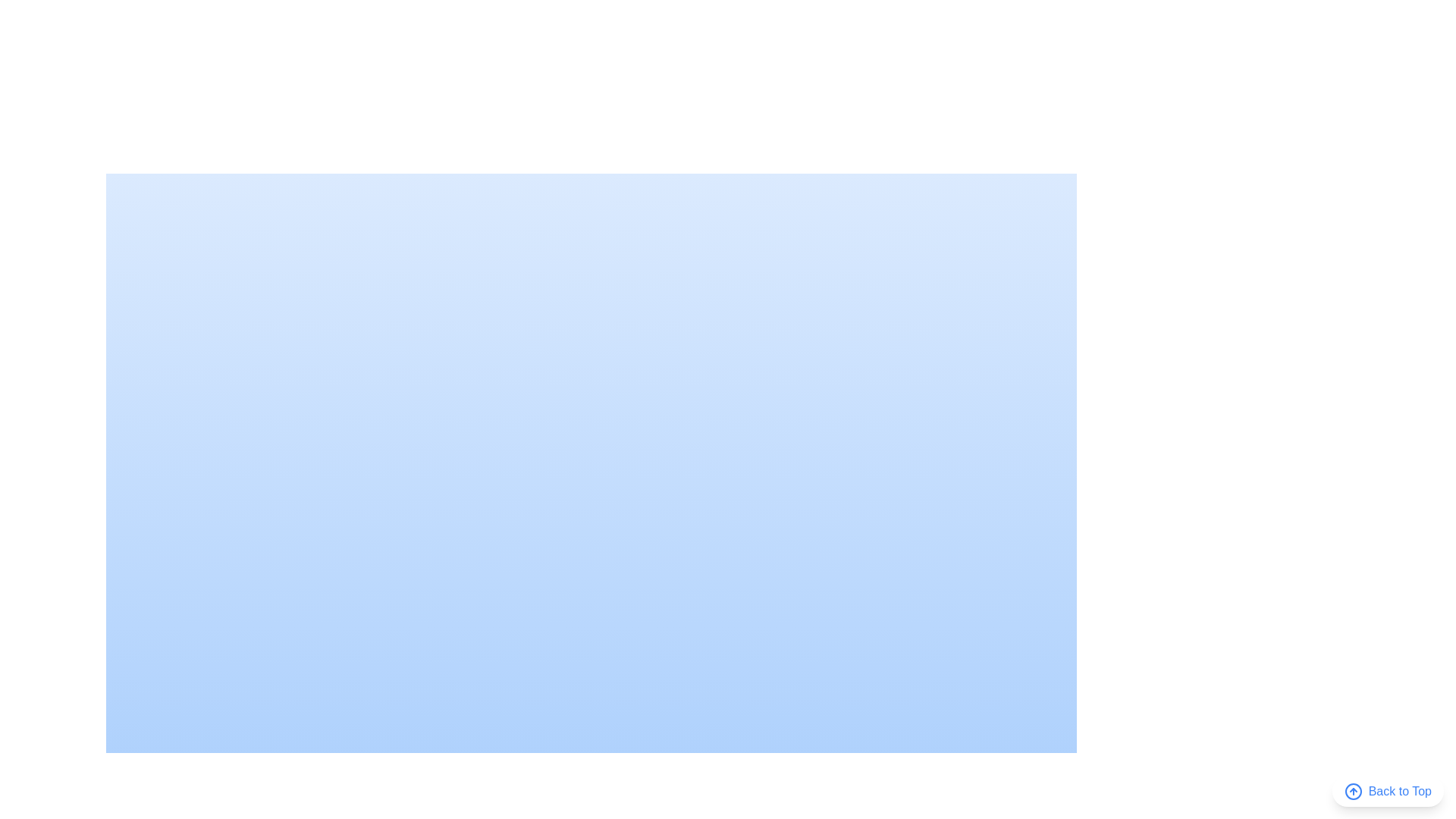 The width and height of the screenshot is (1456, 819). I want to click on the static label located to the right of the arrow icon in the navigation button at the bottom-right corner of the interface, which is used to scroll back to the top of the page, so click(1399, 791).